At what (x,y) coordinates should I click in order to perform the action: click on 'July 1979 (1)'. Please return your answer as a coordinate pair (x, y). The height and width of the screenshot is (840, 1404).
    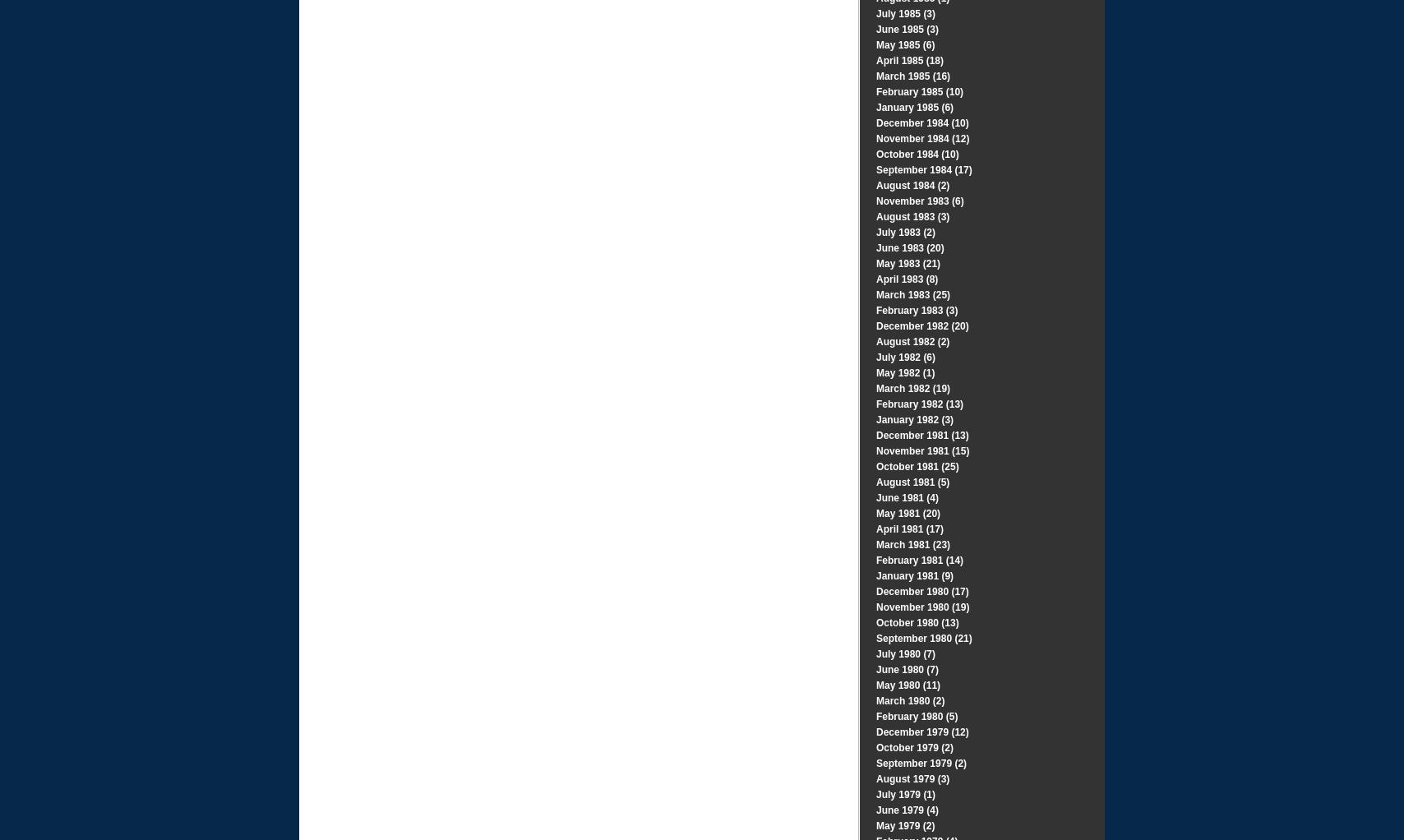
    Looking at the image, I should click on (906, 794).